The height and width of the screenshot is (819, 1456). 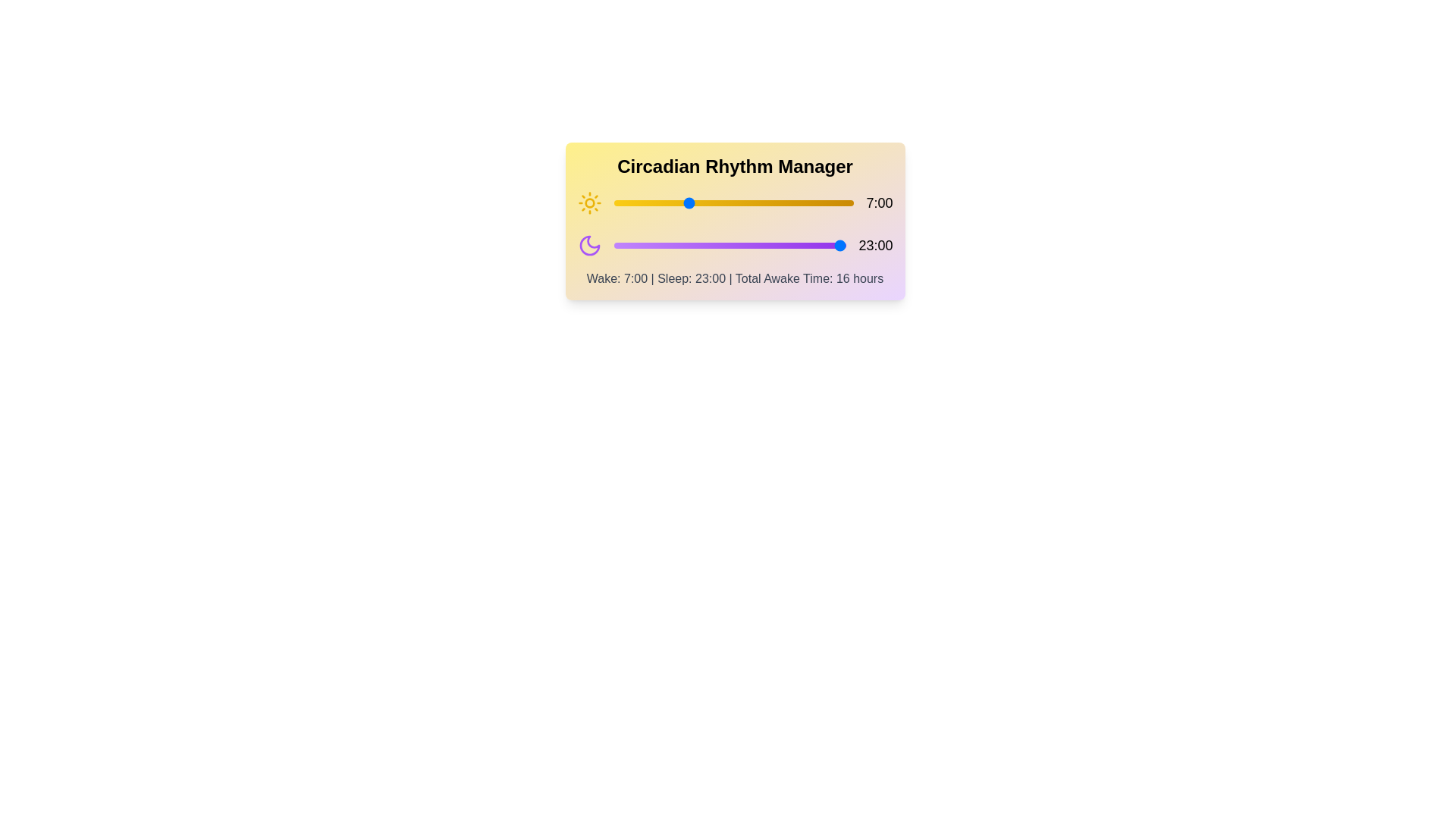 I want to click on the sleep hour slider to 21, so click(x=825, y=245).